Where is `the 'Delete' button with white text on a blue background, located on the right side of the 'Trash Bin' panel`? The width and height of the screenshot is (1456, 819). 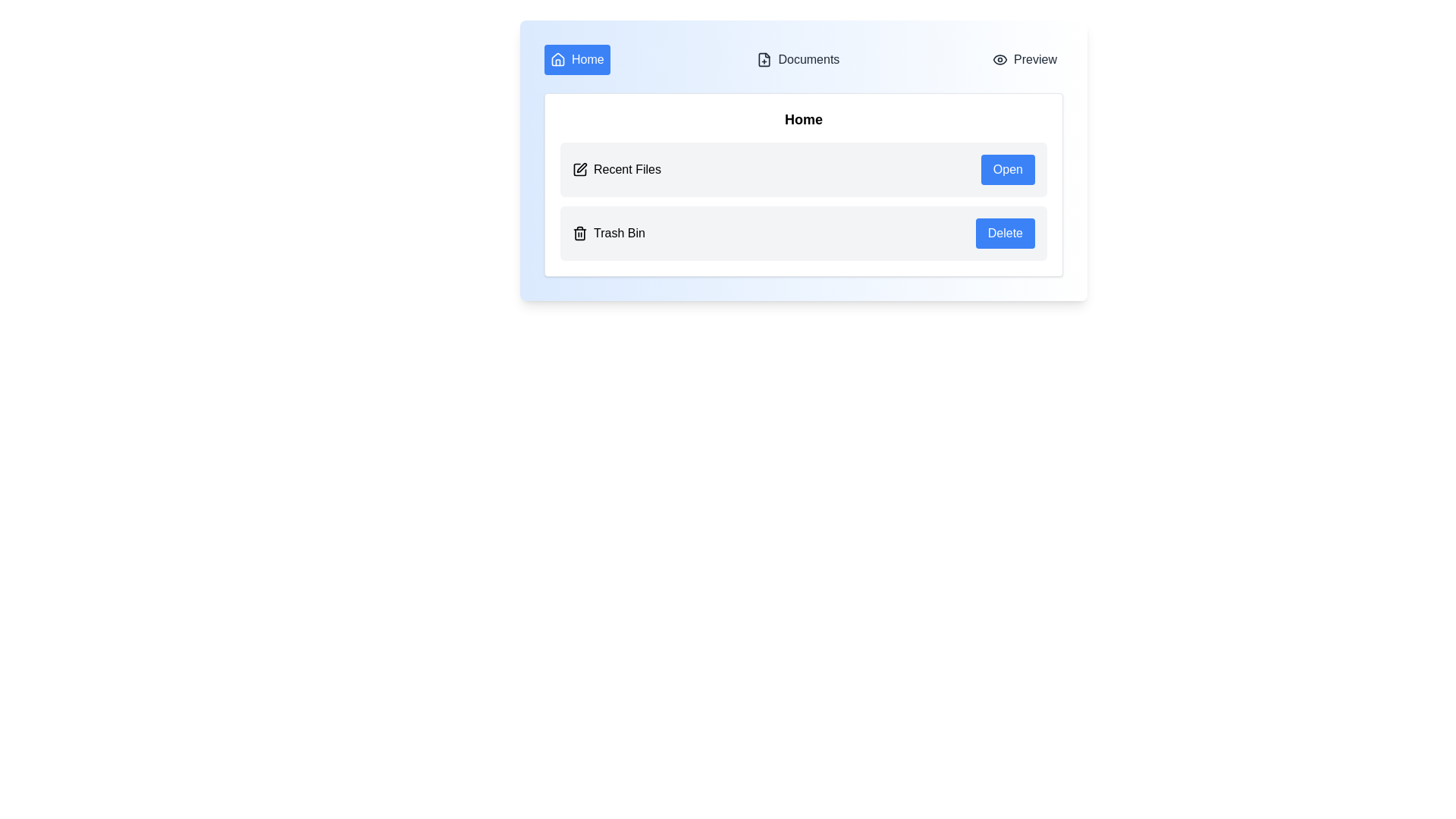
the 'Delete' button with white text on a blue background, located on the right side of the 'Trash Bin' panel is located at coordinates (1005, 234).